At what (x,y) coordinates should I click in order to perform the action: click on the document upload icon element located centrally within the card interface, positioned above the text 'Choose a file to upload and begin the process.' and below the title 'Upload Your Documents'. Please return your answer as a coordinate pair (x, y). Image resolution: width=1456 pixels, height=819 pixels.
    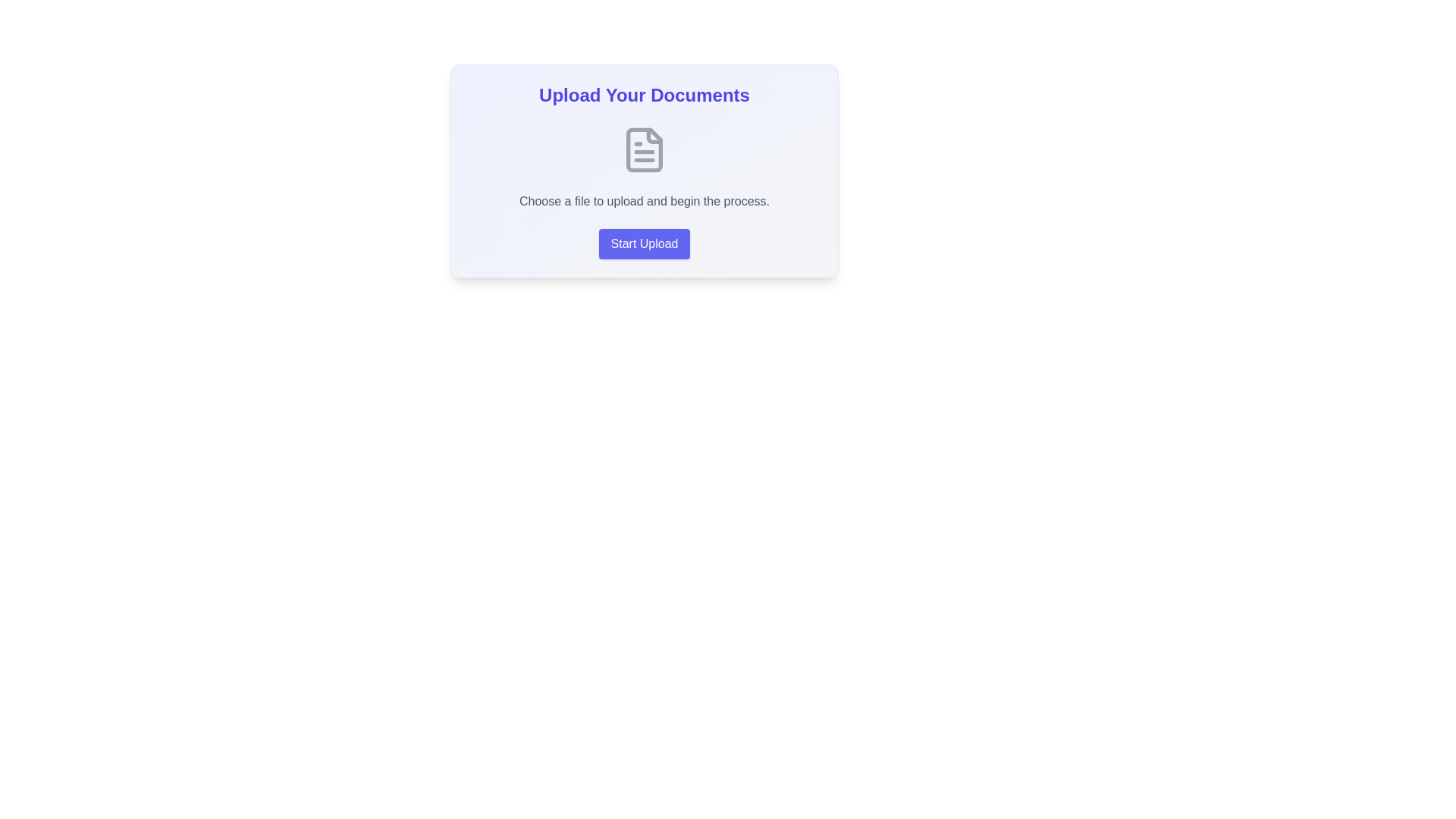
    Looking at the image, I should click on (644, 149).